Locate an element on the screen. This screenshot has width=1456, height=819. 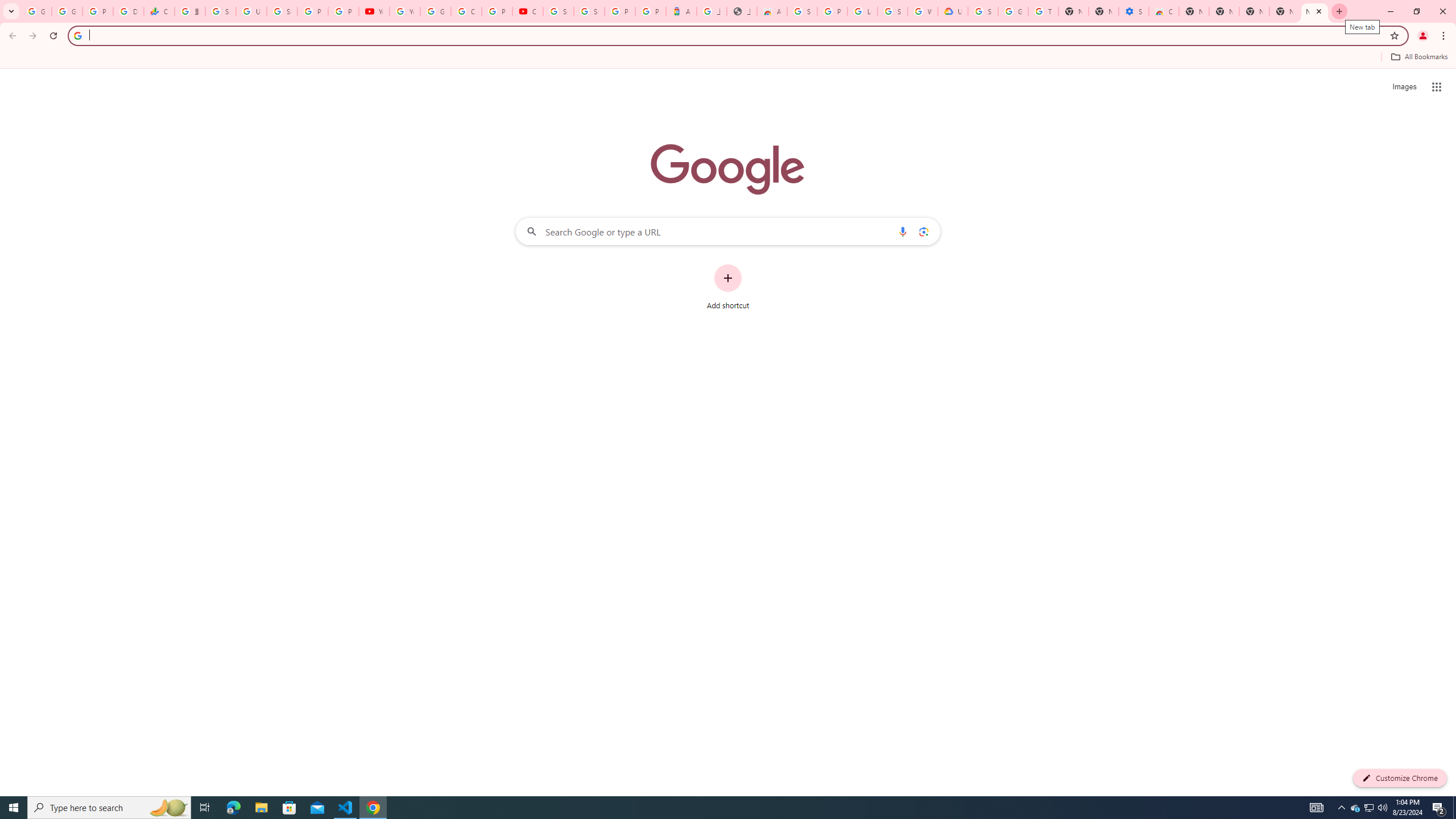
'YouTube' is located at coordinates (404, 11).